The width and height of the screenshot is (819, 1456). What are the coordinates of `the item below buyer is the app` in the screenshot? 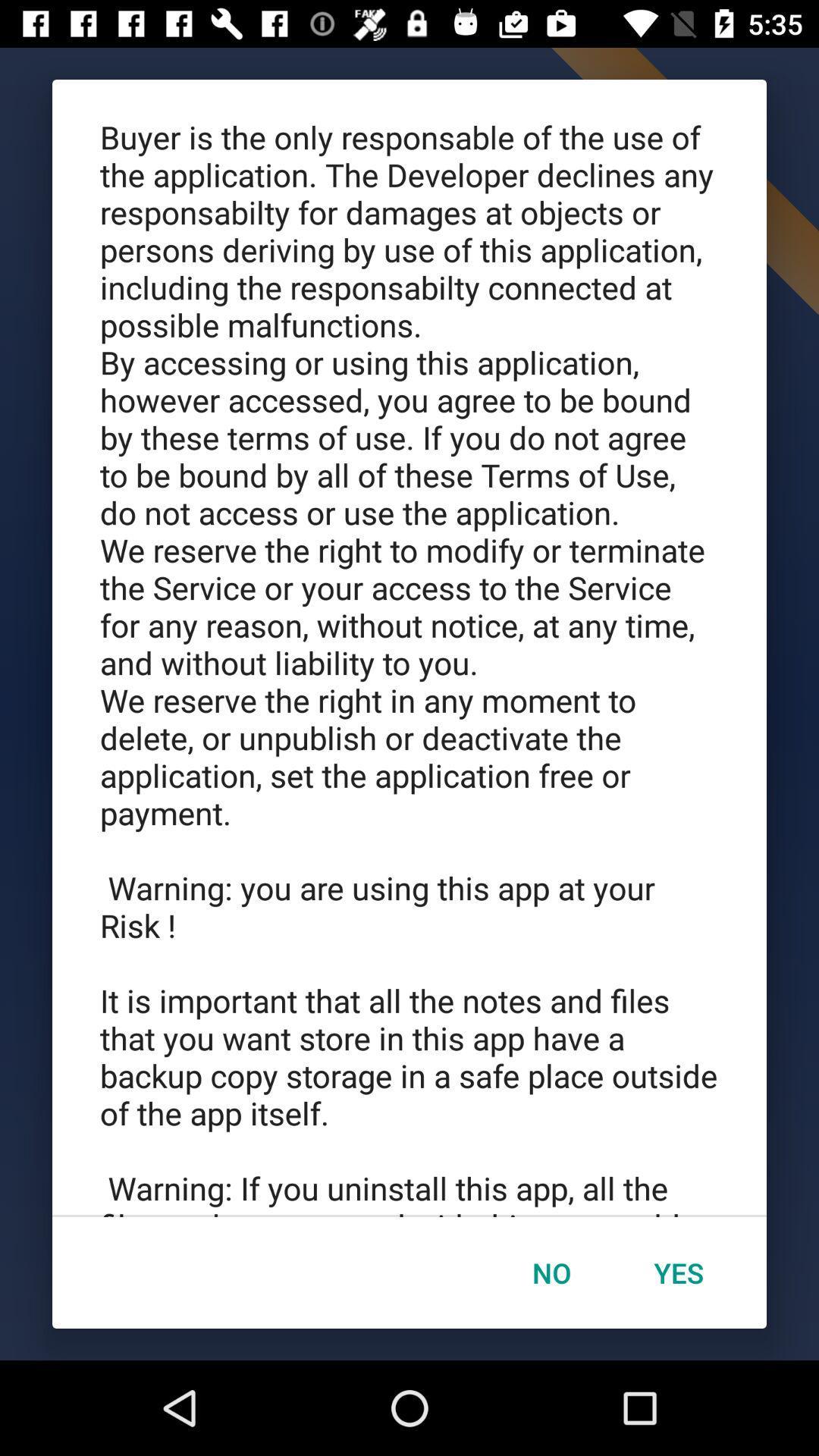 It's located at (551, 1272).